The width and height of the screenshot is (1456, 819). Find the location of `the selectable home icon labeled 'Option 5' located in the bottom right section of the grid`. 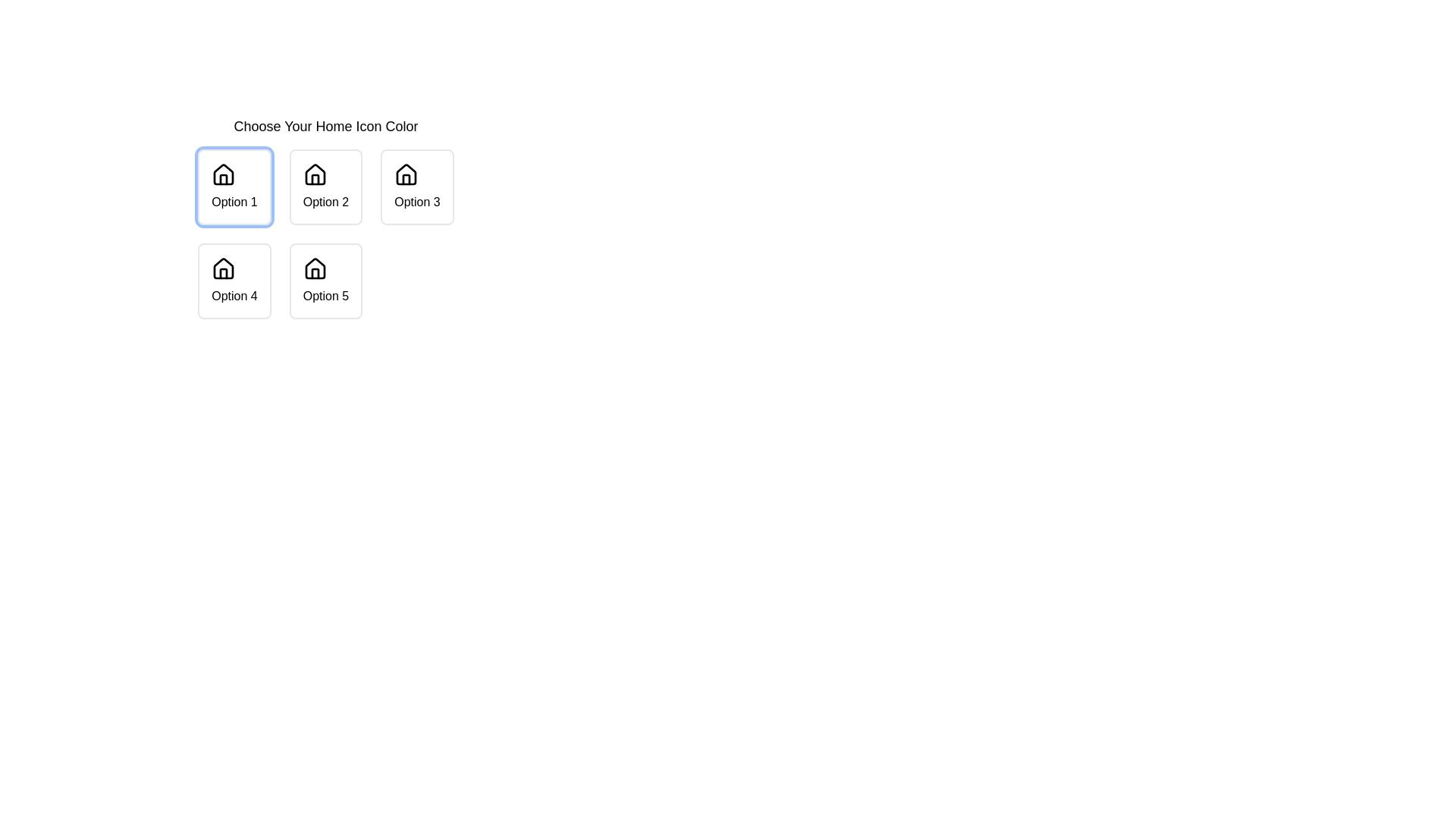

the selectable home icon labeled 'Option 5' located in the bottom right section of the grid is located at coordinates (314, 268).